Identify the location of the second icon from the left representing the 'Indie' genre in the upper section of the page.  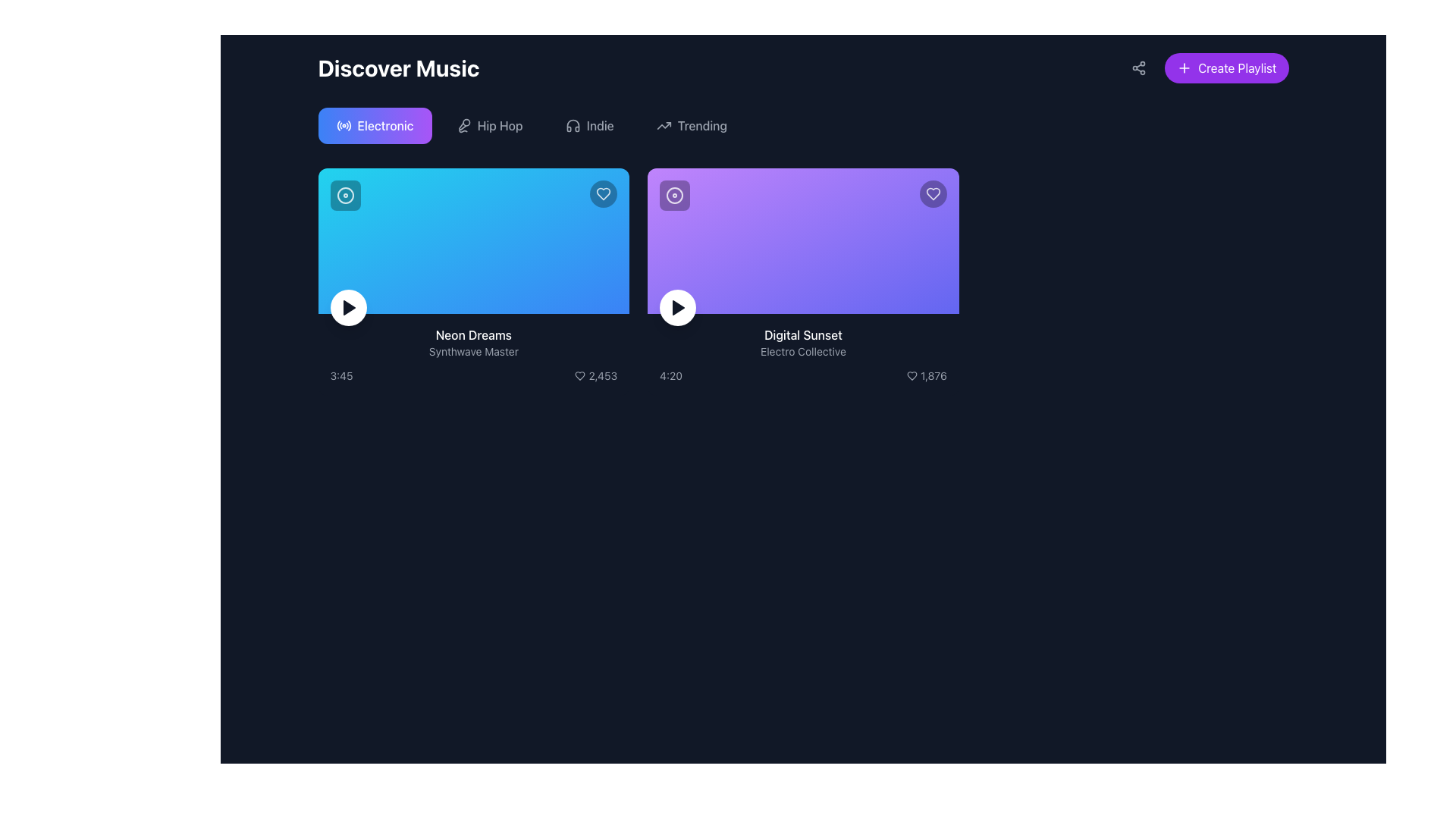
(572, 124).